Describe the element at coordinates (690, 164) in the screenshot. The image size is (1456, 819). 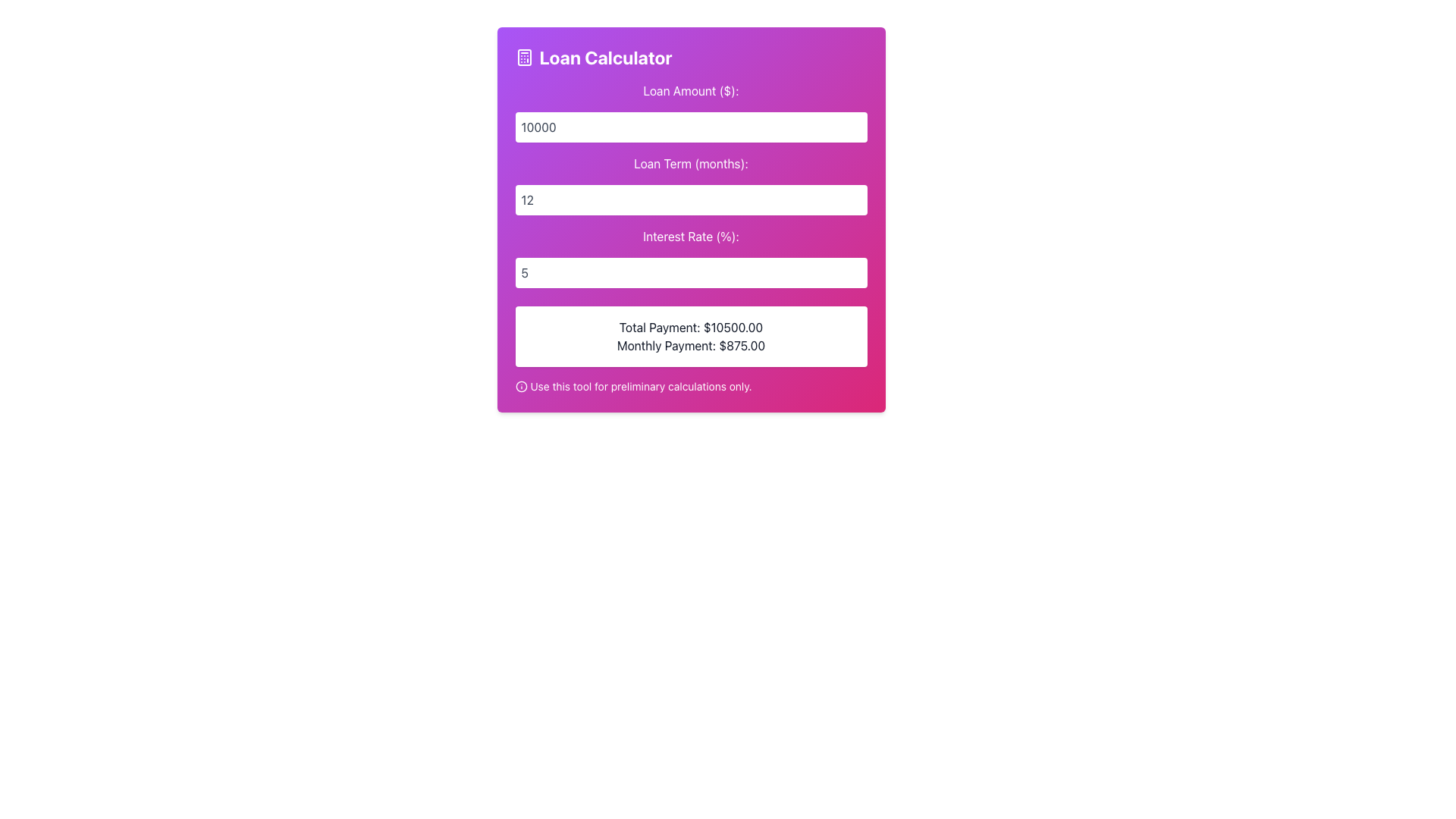
I see `the second text label in the 'Loan Calculator' form that identifies the loan term in months, located between 'Loan Amount ($):' and 'Interest Rate (%):'` at that location.